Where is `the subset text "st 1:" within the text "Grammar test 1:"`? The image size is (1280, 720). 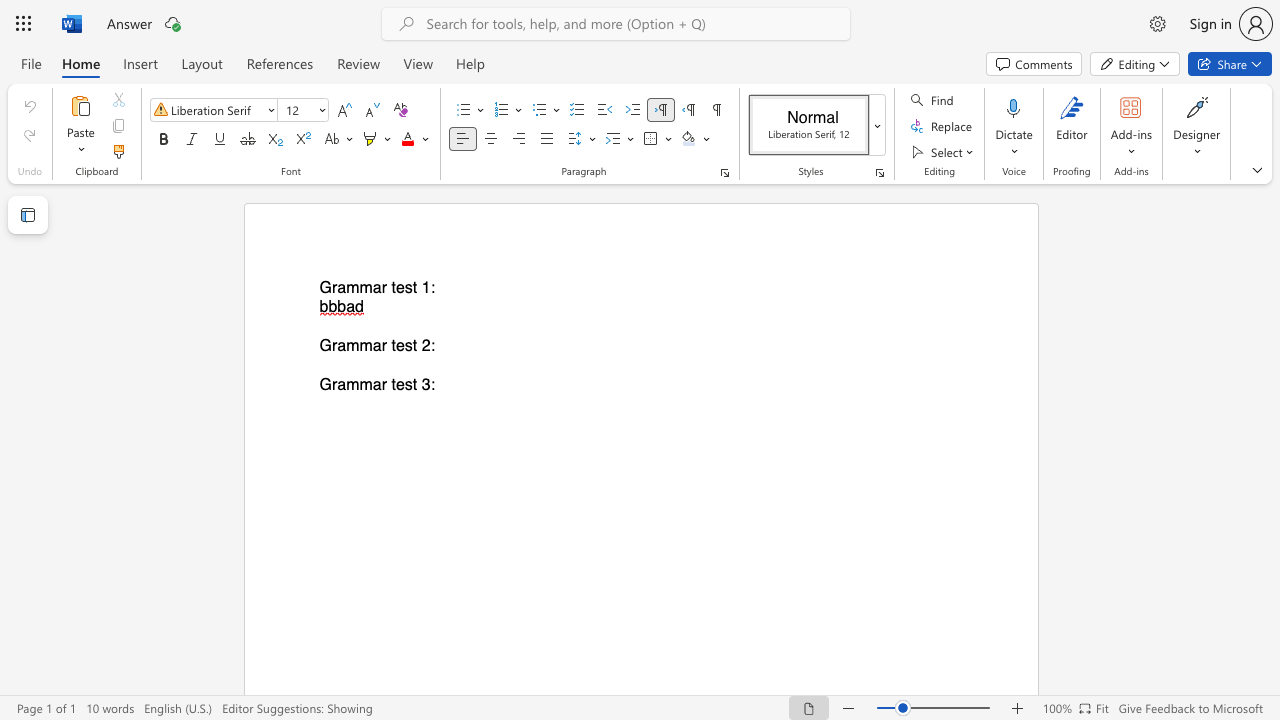 the subset text "st 1:" within the text "Grammar test 1:" is located at coordinates (403, 288).